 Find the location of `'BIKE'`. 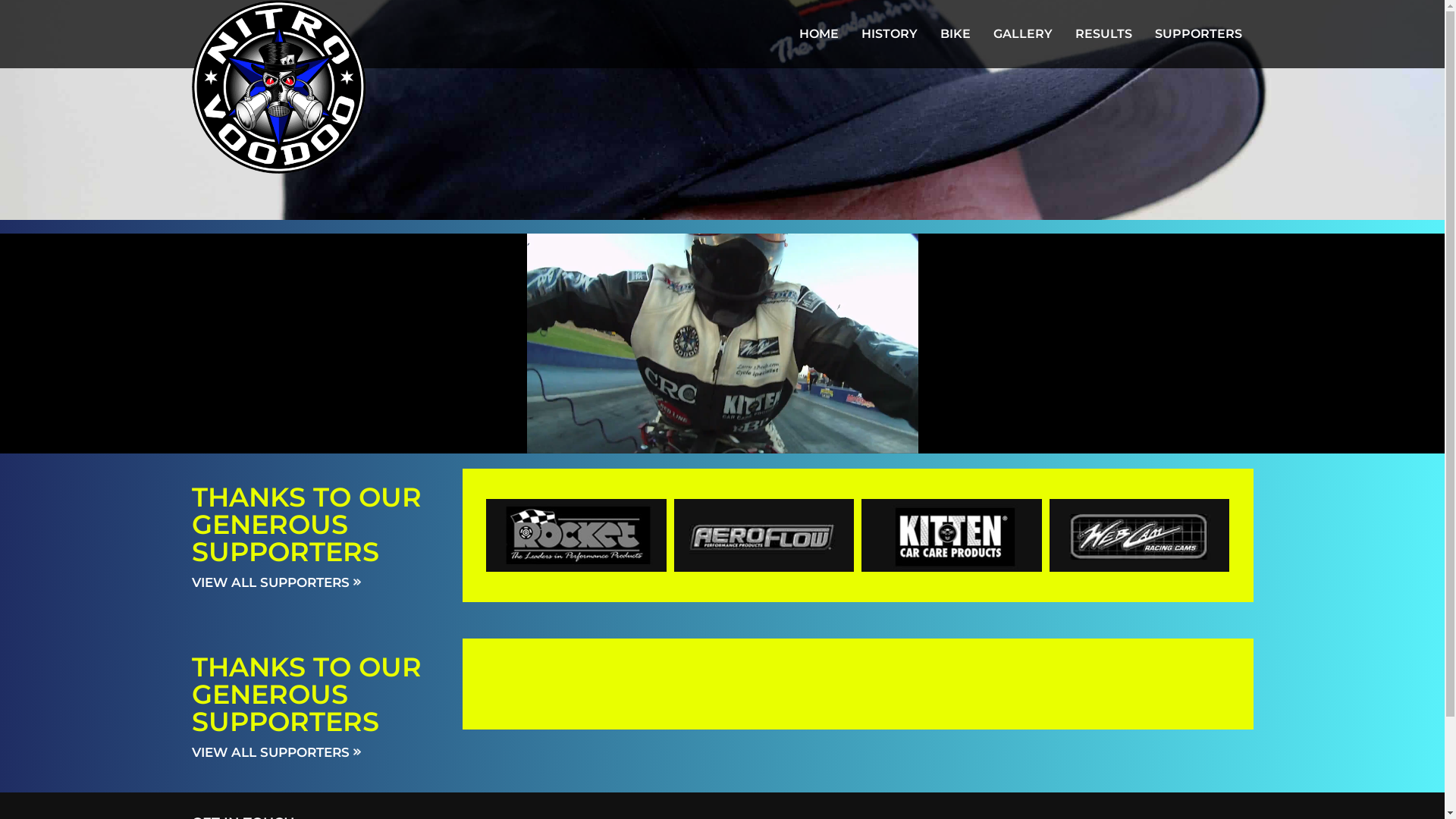

'BIKE' is located at coordinates (953, 34).